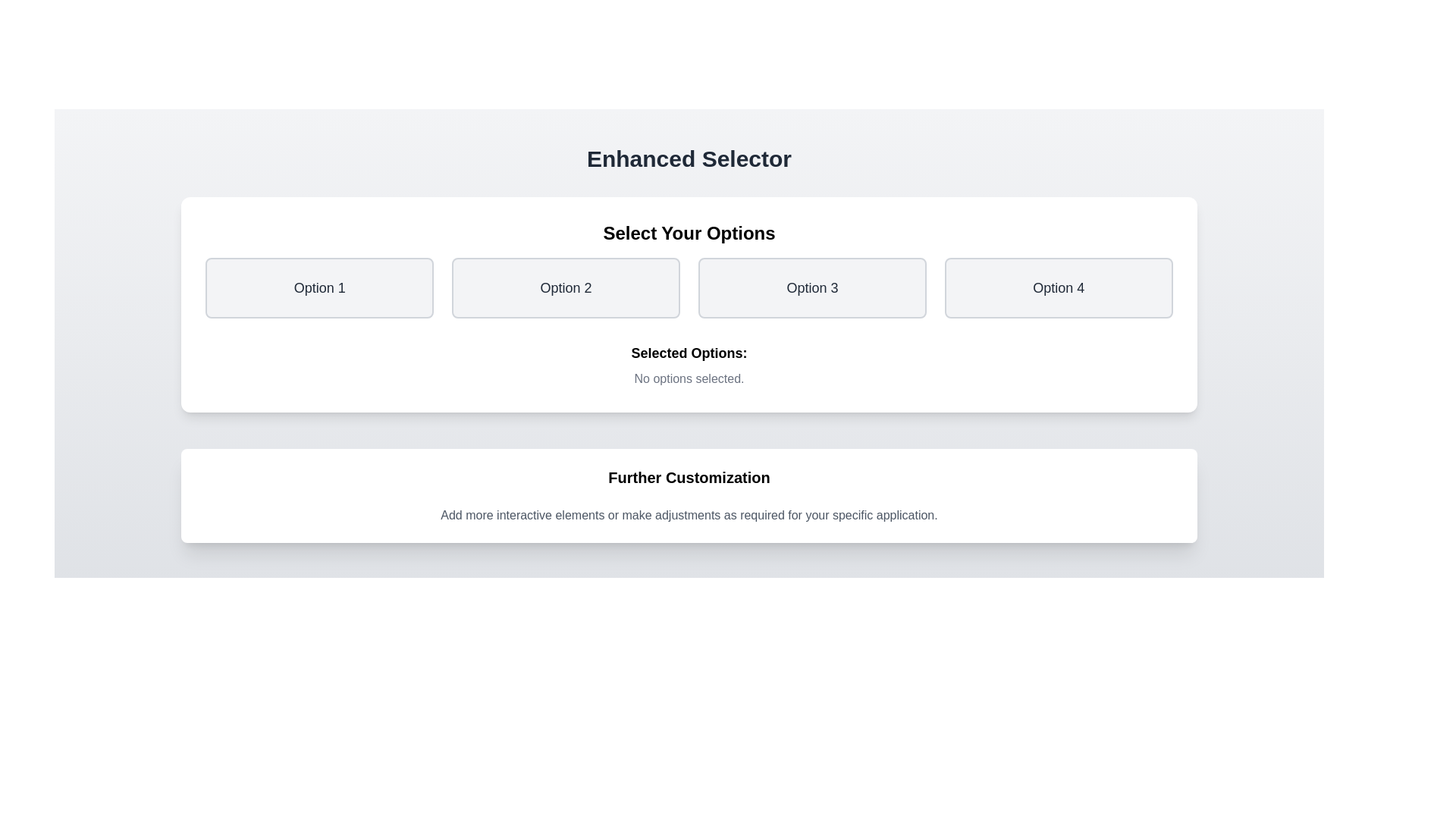 This screenshot has height=819, width=1456. Describe the element at coordinates (688, 496) in the screenshot. I see `the 'Further Customization' section to interact with it` at that location.